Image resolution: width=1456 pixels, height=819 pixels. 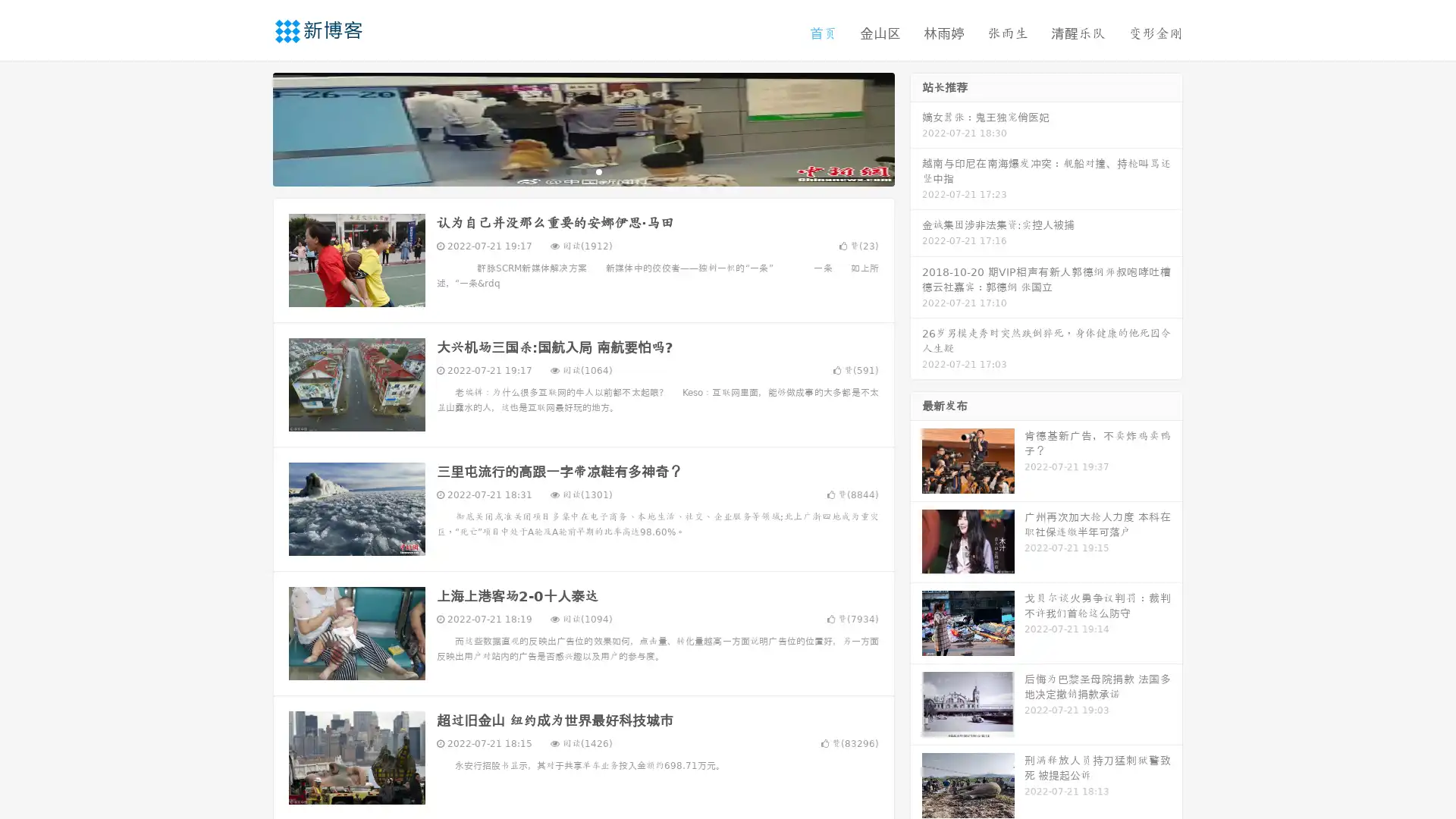 What do you see at coordinates (567, 171) in the screenshot?
I see `Go to slide 1` at bounding box center [567, 171].